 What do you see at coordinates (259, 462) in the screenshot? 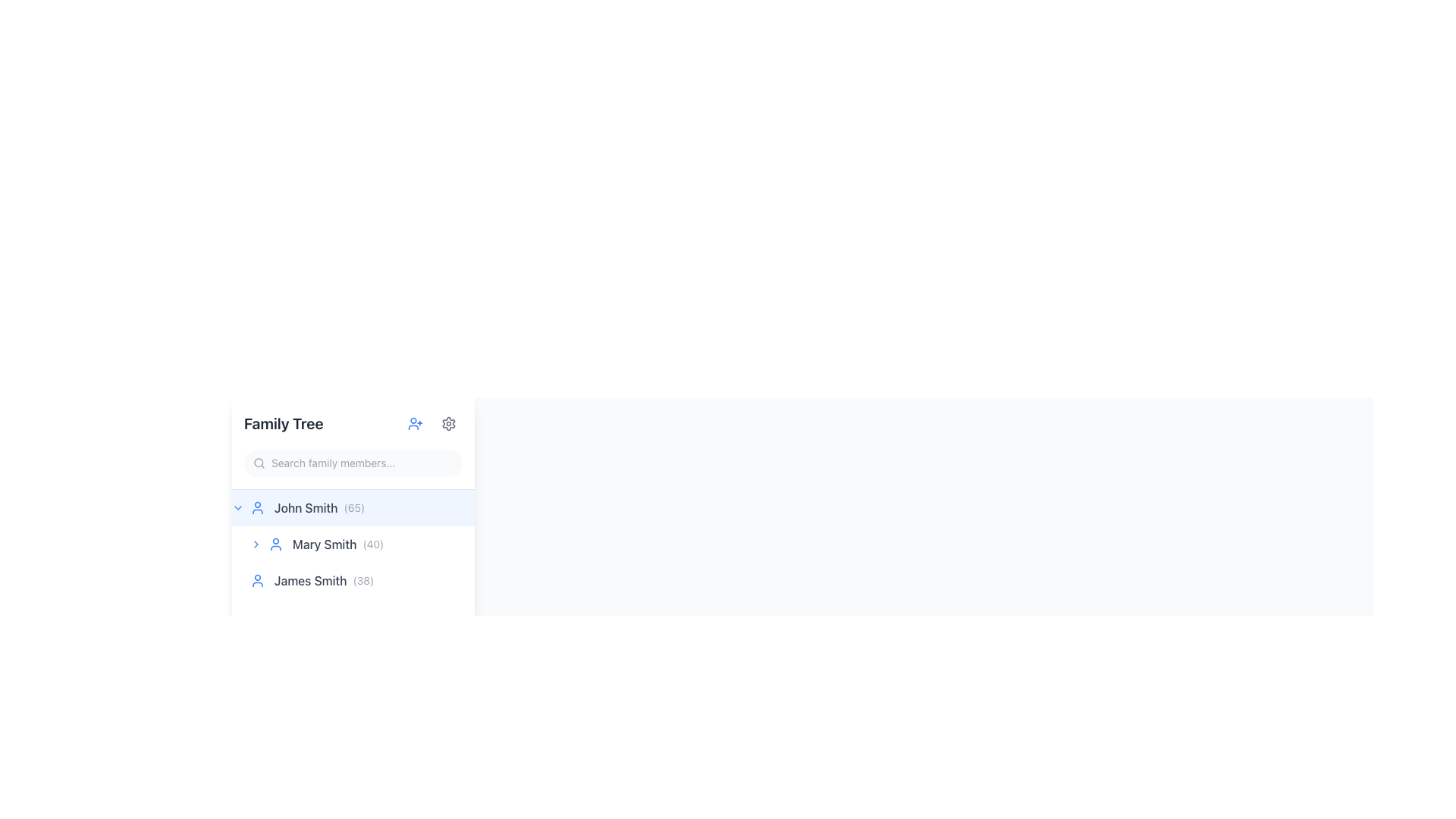
I see `the circular decorative element at the center of the search icon in the left sidebar panel, located near the 'Search family members...' input field` at bounding box center [259, 462].